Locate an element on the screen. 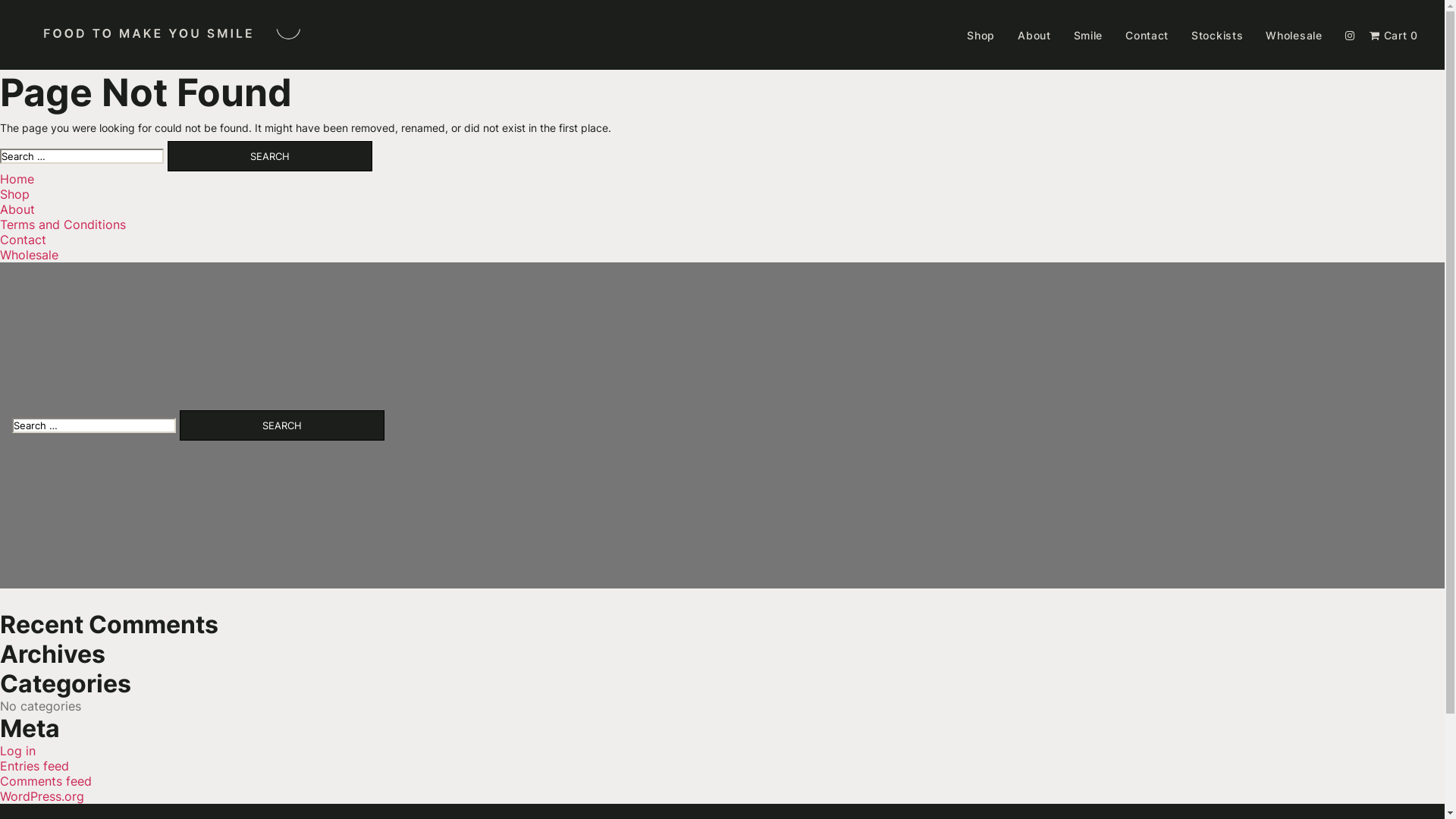 The width and height of the screenshot is (1456, 819). 'WordPress.org' is located at coordinates (42, 795).